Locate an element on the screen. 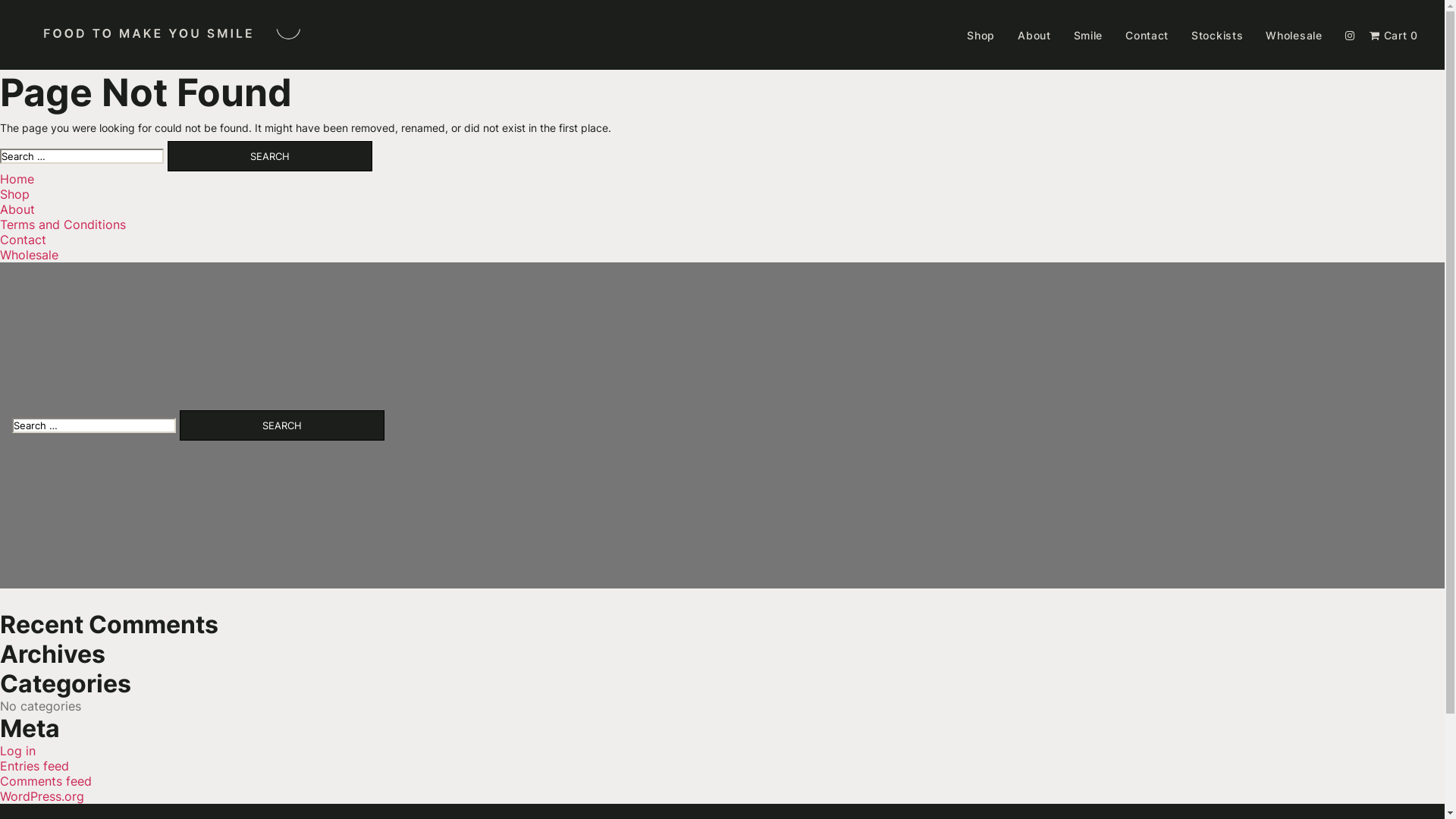 The width and height of the screenshot is (1456, 819). 'WordPress.org' is located at coordinates (42, 795).